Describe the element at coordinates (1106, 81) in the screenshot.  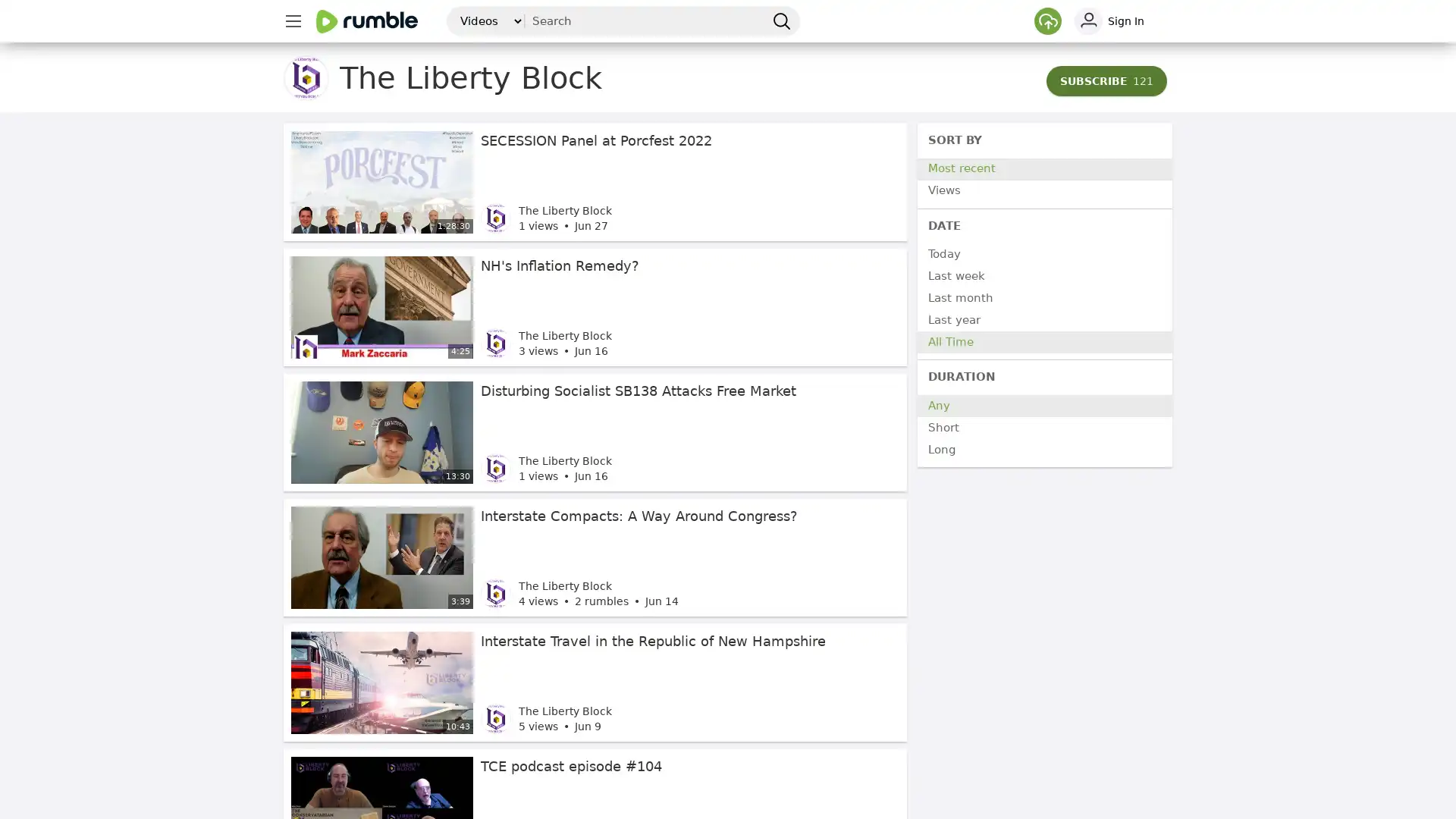
I see `SUBSCRIBE 121` at that location.